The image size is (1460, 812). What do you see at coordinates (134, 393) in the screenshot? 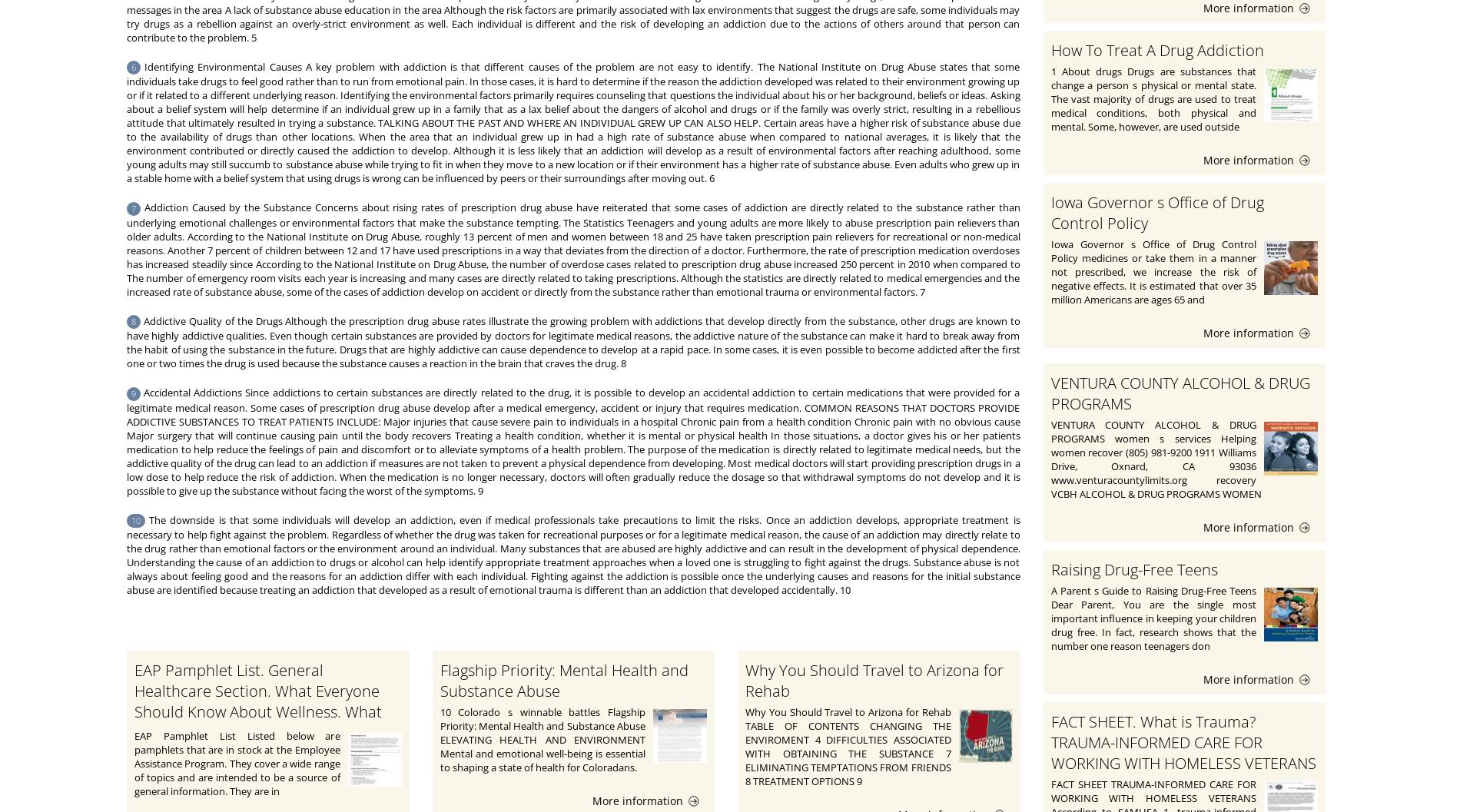
I see `'9'` at bounding box center [134, 393].